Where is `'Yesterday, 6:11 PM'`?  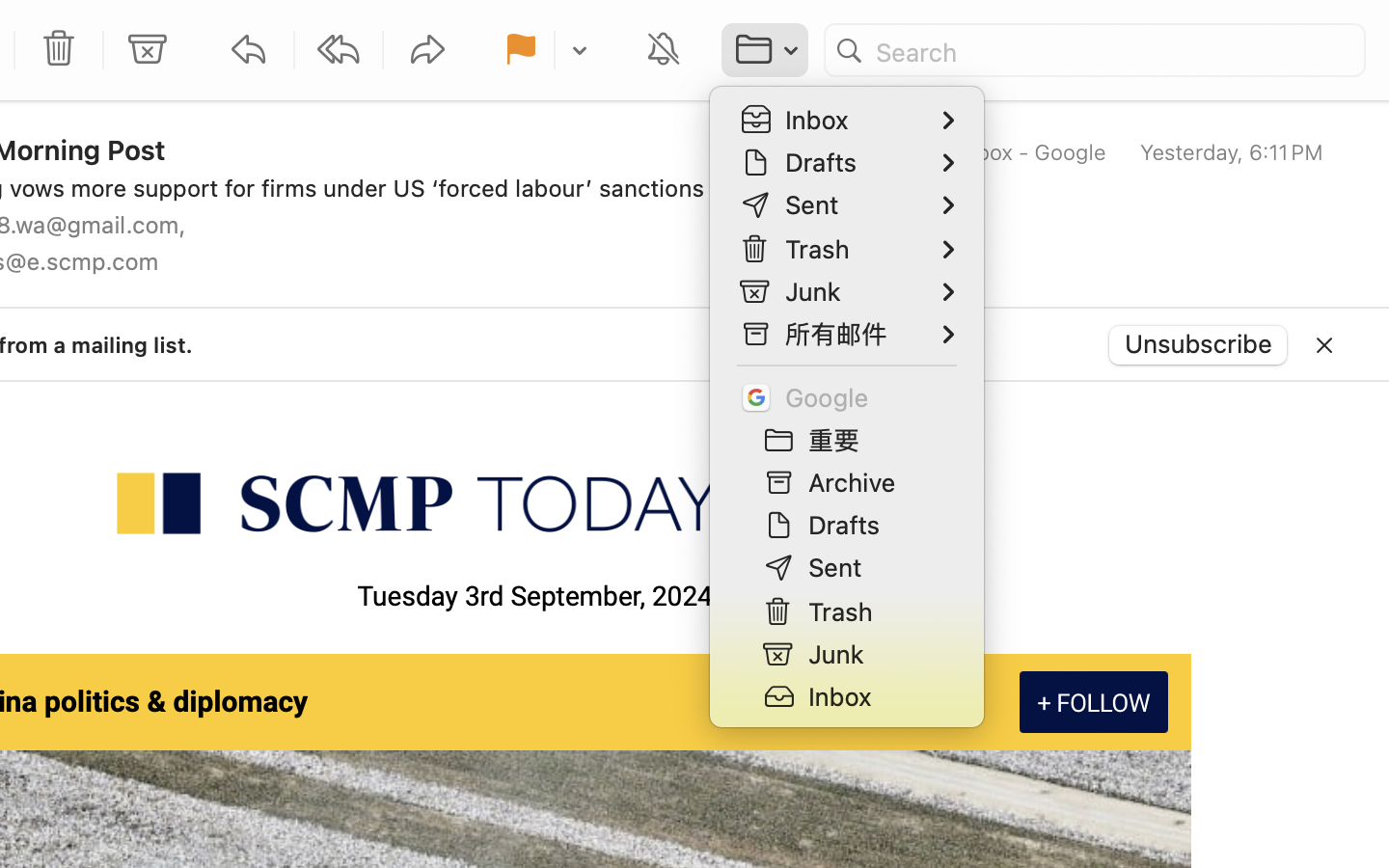 'Yesterday, 6:11 PM' is located at coordinates (1231, 152).